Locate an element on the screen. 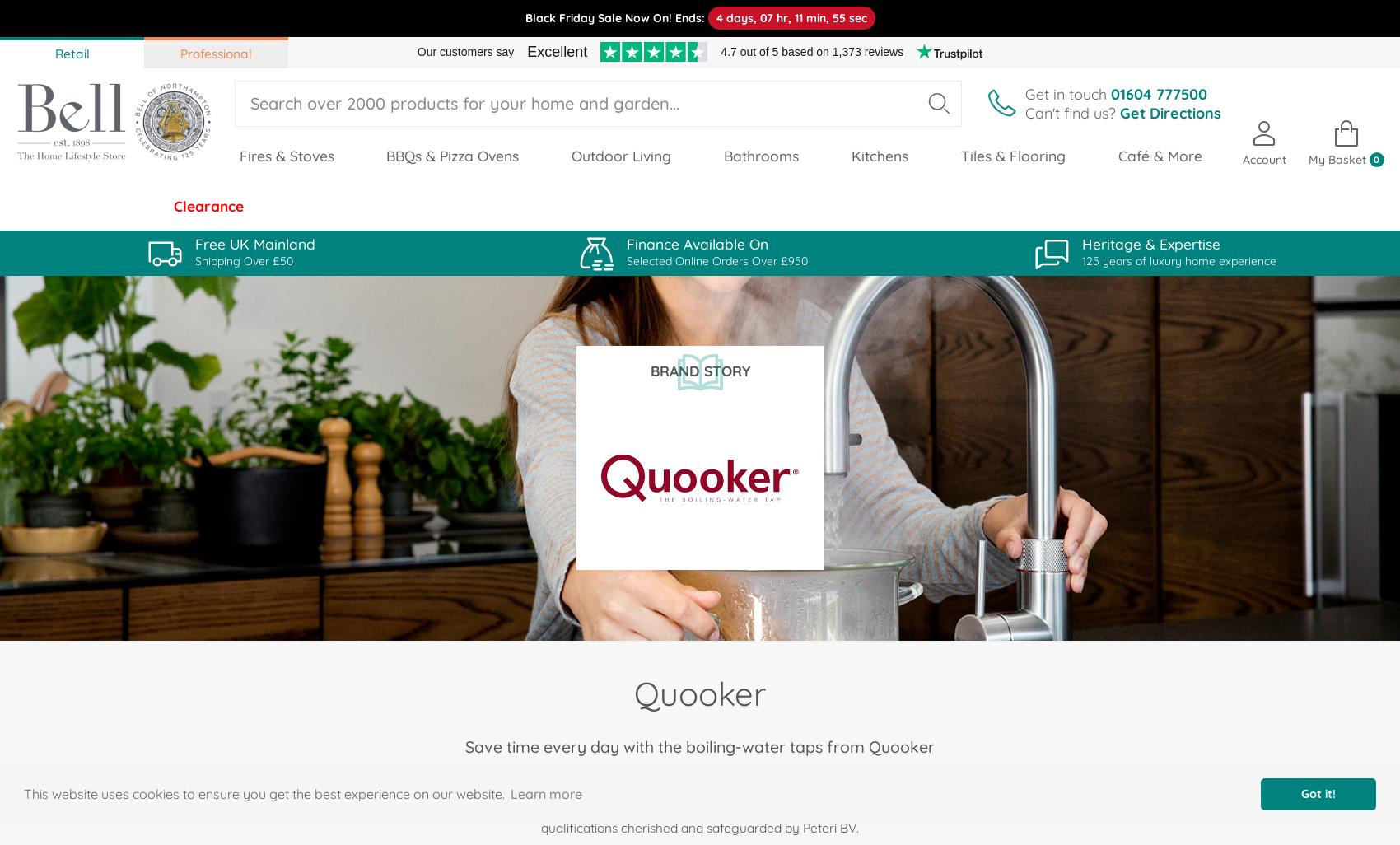 The height and width of the screenshot is (845, 1400). 'Selected Online Orders Over £950' is located at coordinates (717, 260).